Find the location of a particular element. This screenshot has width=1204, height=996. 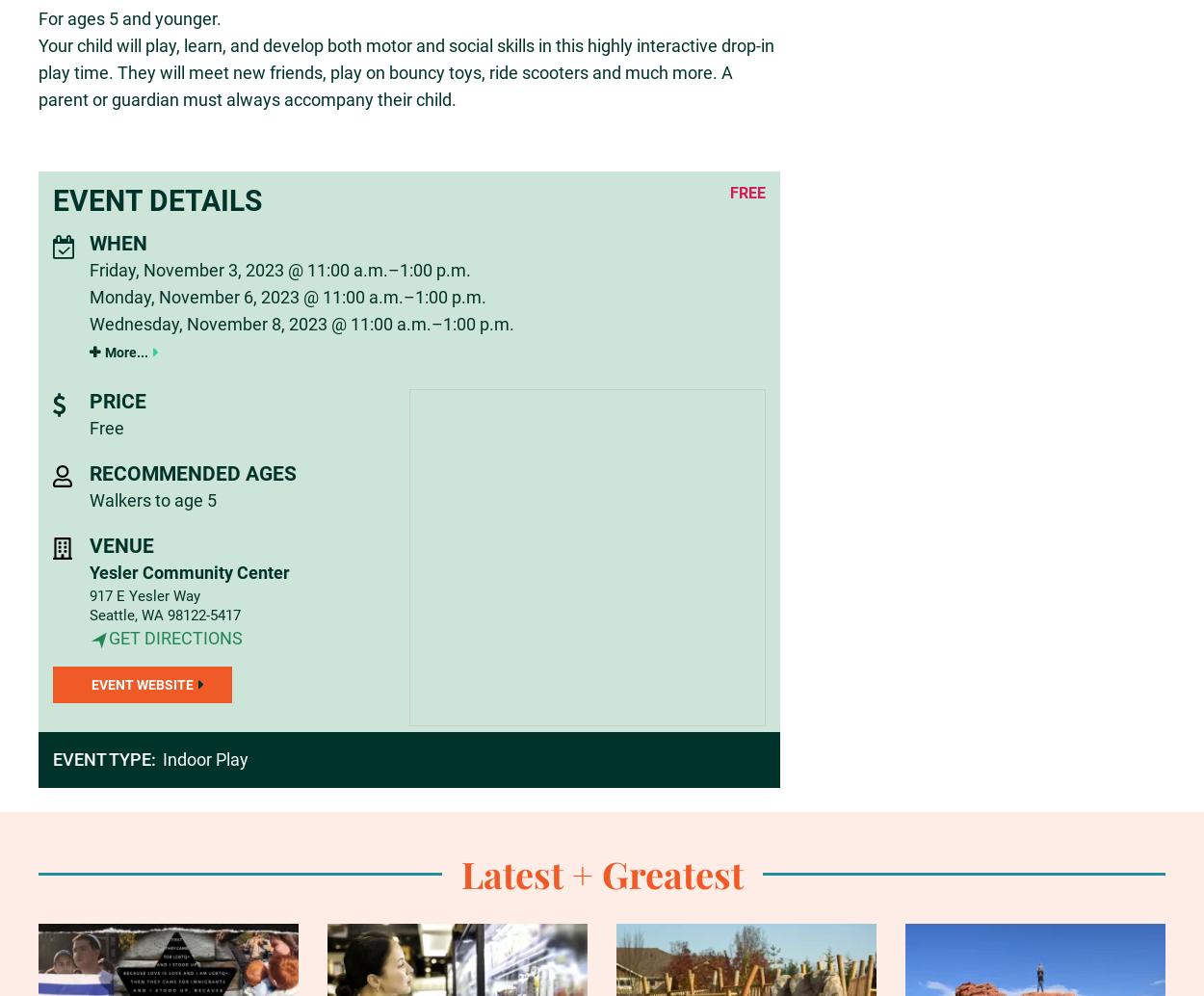

'917 E Yesler Way' is located at coordinates (88, 595).